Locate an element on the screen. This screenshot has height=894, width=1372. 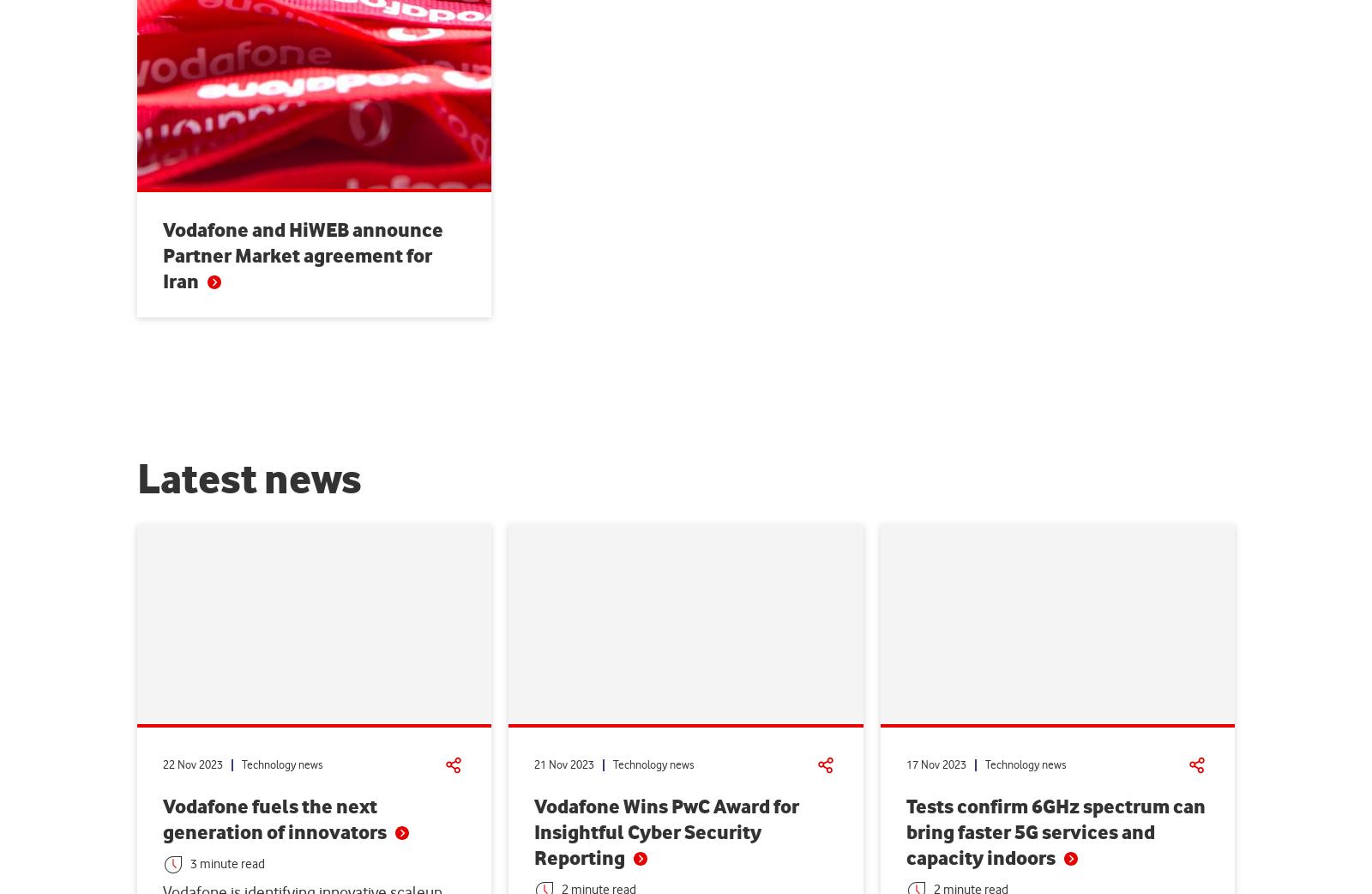
'22 Nov 2023' is located at coordinates (192, 764).